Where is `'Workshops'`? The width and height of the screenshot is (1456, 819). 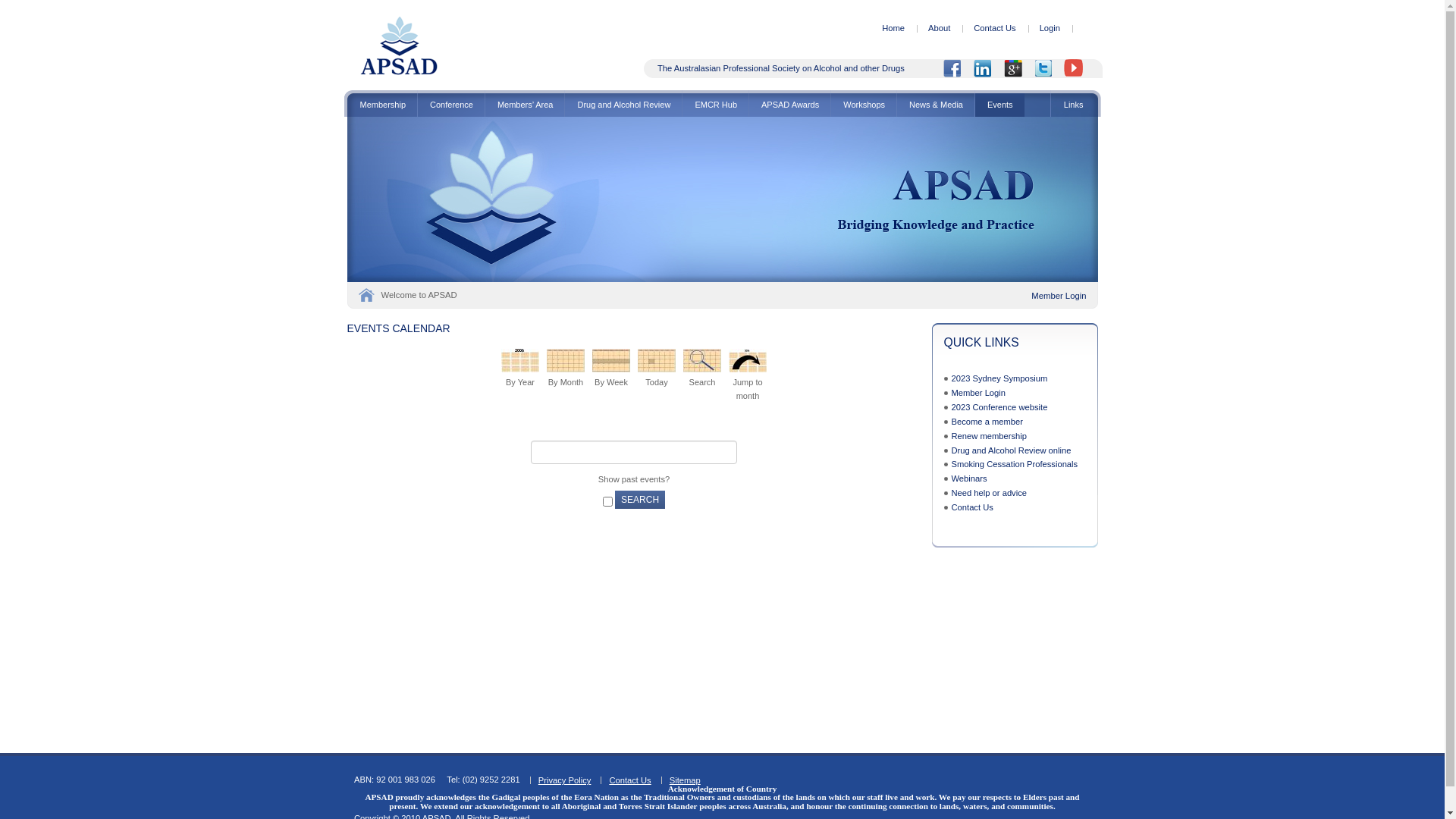 'Workshops' is located at coordinates (863, 104).